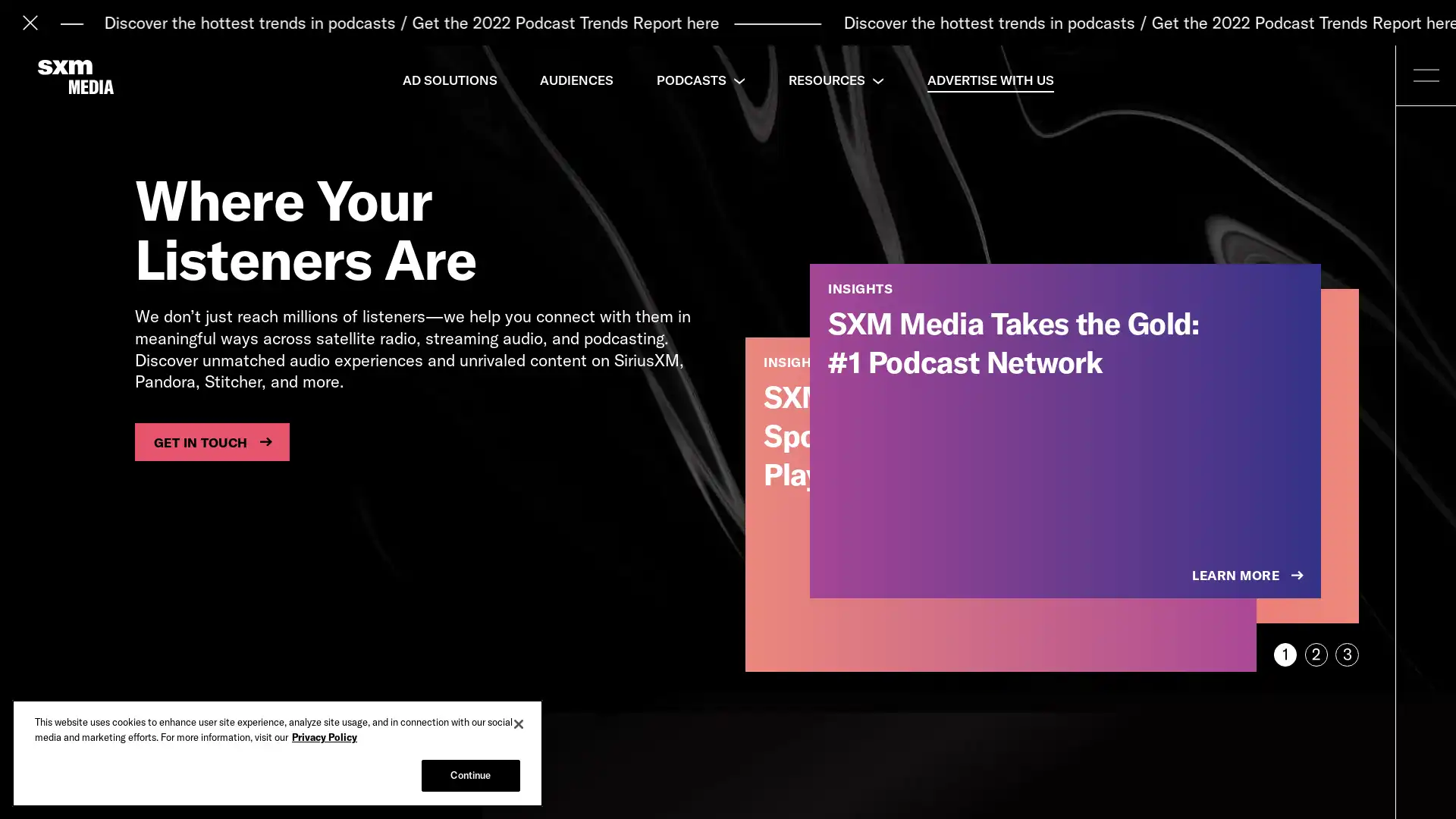 This screenshot has width=1456, height=819. What do you see at coordinates (469, 775) in the screenshot?
I see `Continue` at bounding box center [469, 775].